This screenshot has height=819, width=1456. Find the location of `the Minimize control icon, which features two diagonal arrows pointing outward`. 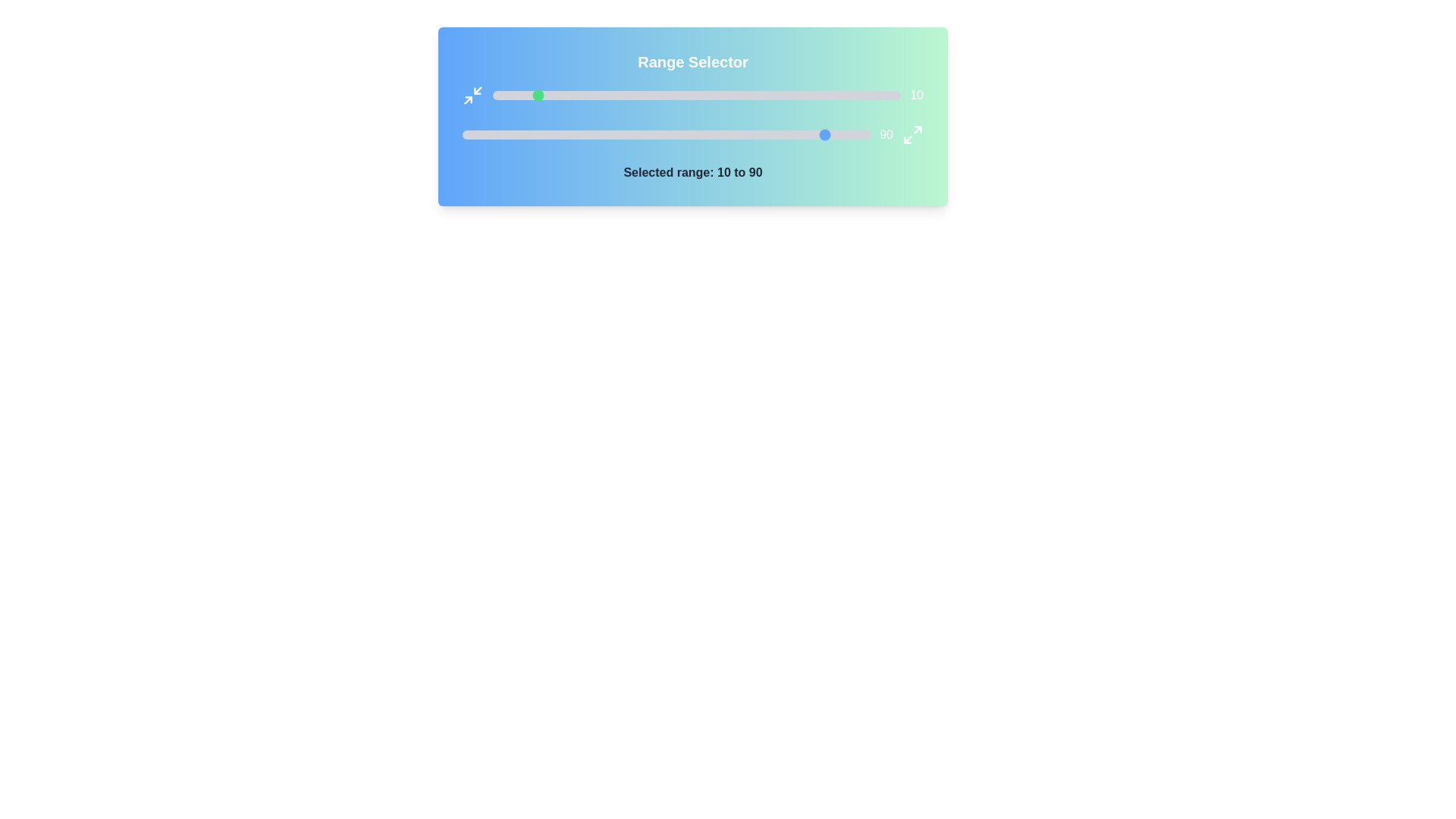

the Minimize control icon, which features two diagonal arrows pointing outward is located at coordinates (472, 96).